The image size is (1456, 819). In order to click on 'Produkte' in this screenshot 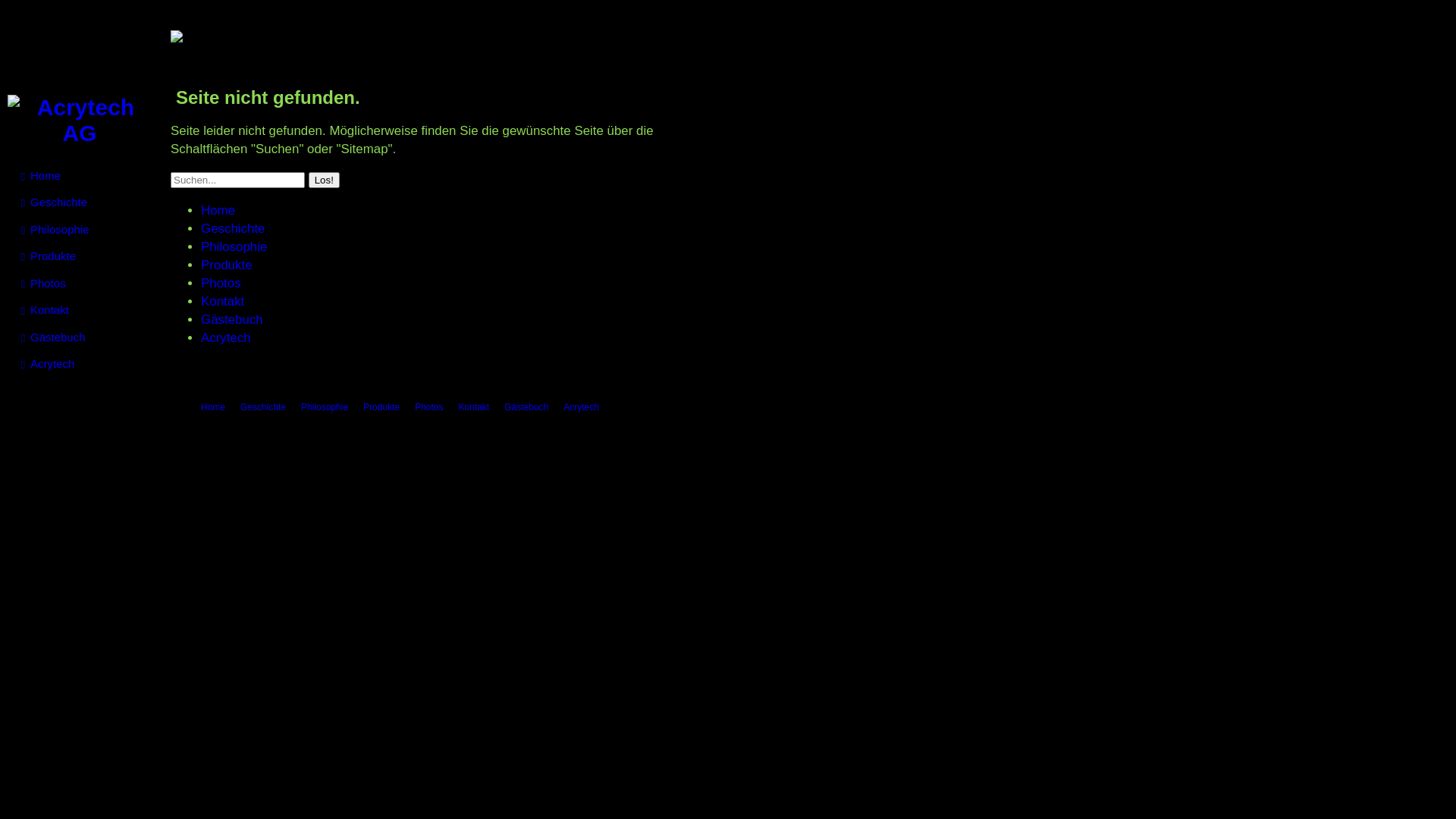, I will do `click(381, 406)`.